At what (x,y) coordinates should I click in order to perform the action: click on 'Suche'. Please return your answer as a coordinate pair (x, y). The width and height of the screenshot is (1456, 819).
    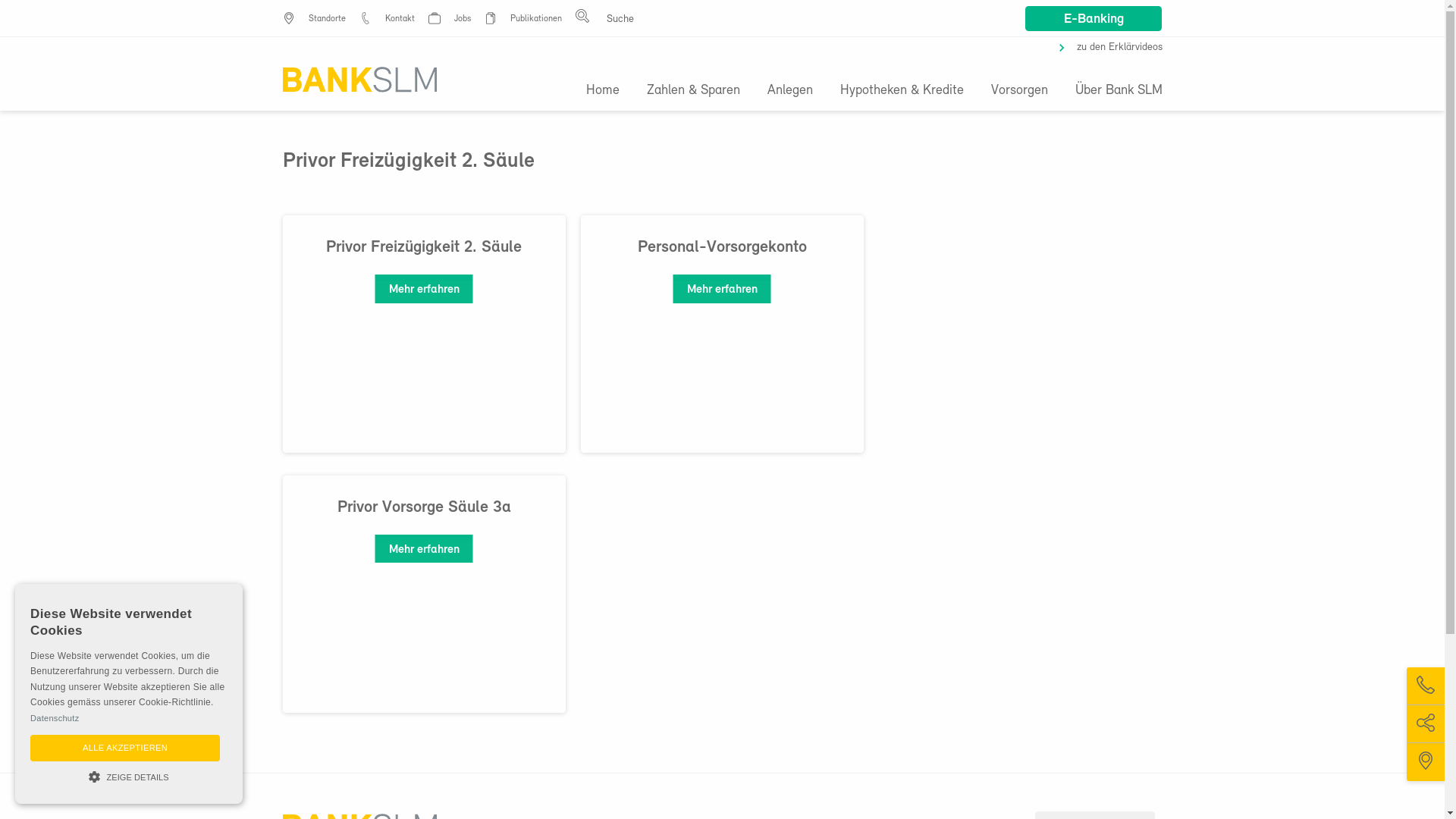
    Looking at the image, I should click on (23, 10).